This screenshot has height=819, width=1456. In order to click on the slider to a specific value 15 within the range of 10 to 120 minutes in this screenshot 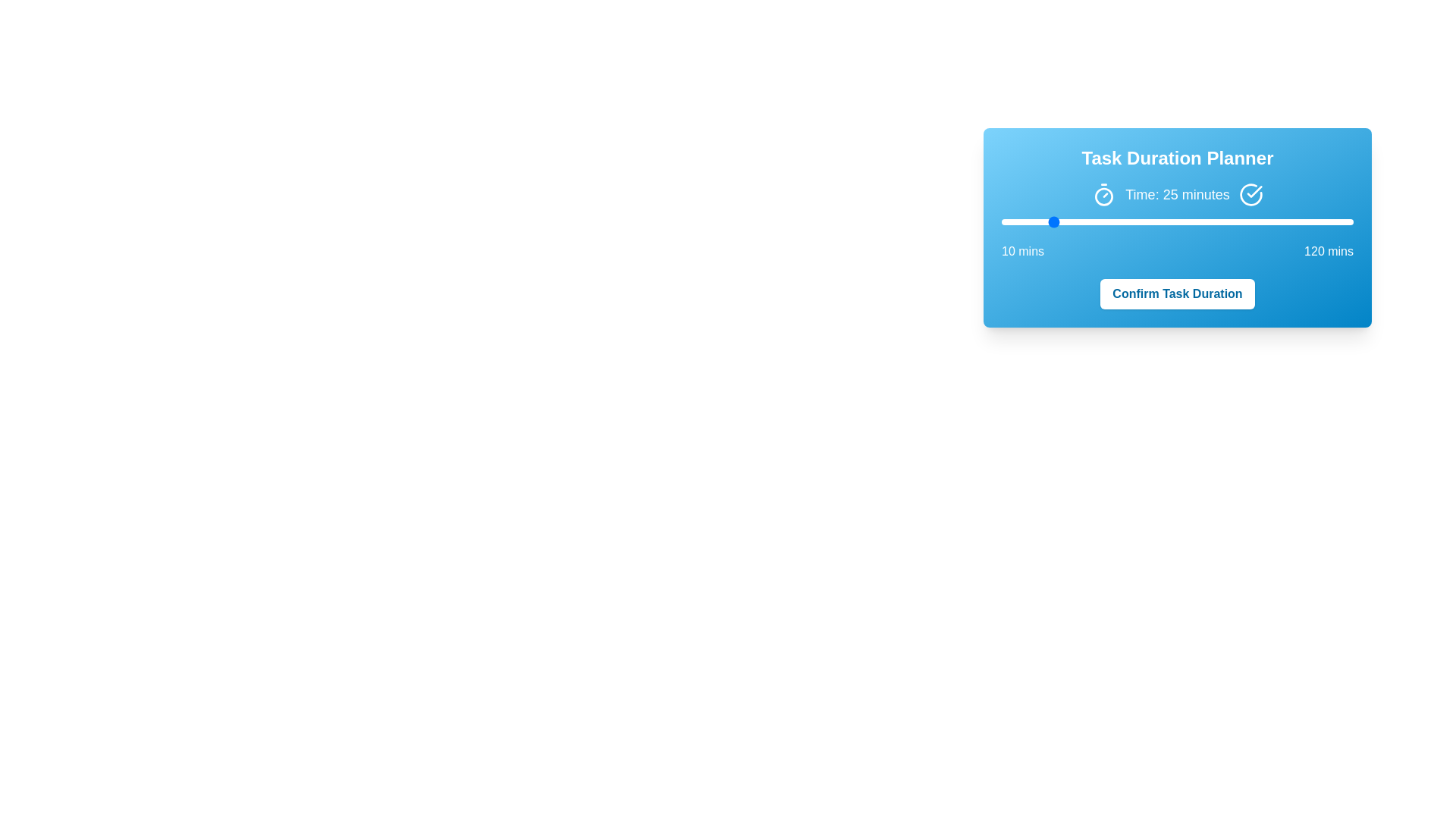, I will do `click(1018, 222)`.